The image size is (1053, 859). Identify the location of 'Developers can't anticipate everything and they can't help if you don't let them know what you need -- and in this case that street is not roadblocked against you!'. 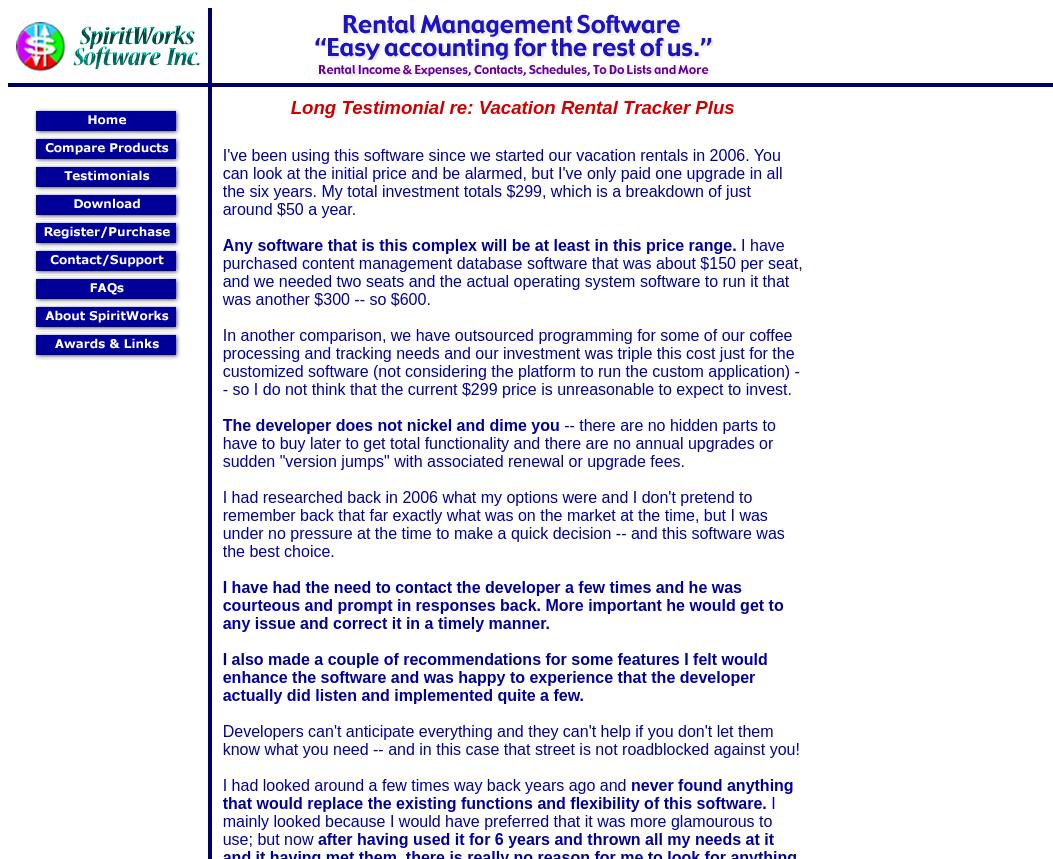
(510, 738).